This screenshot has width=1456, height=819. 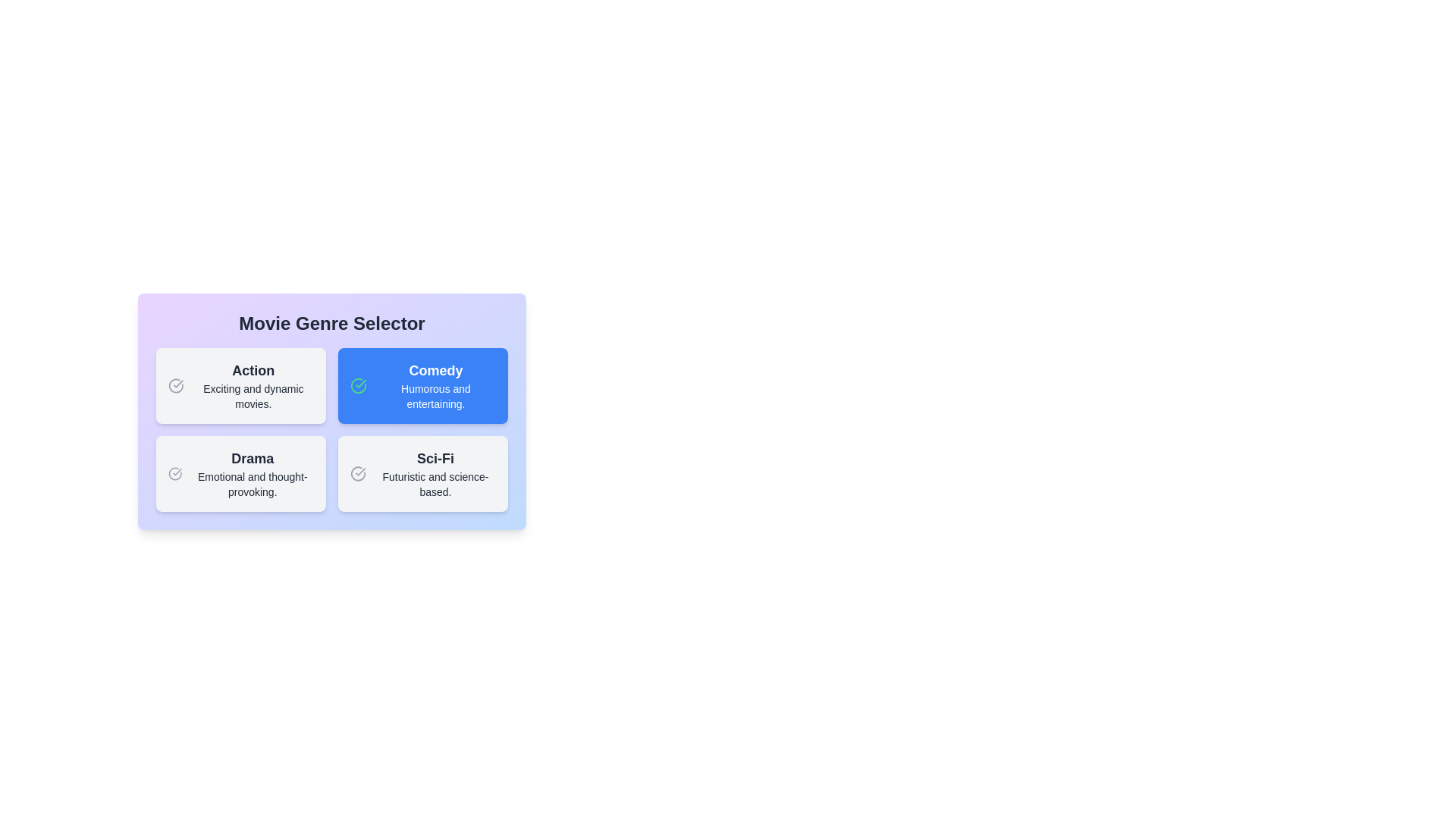 What do you see at coordinates (422, 472) in the screenshot?
I see `the description of the genre Sci-Fi and read its text` at bounding box center [422, 472].